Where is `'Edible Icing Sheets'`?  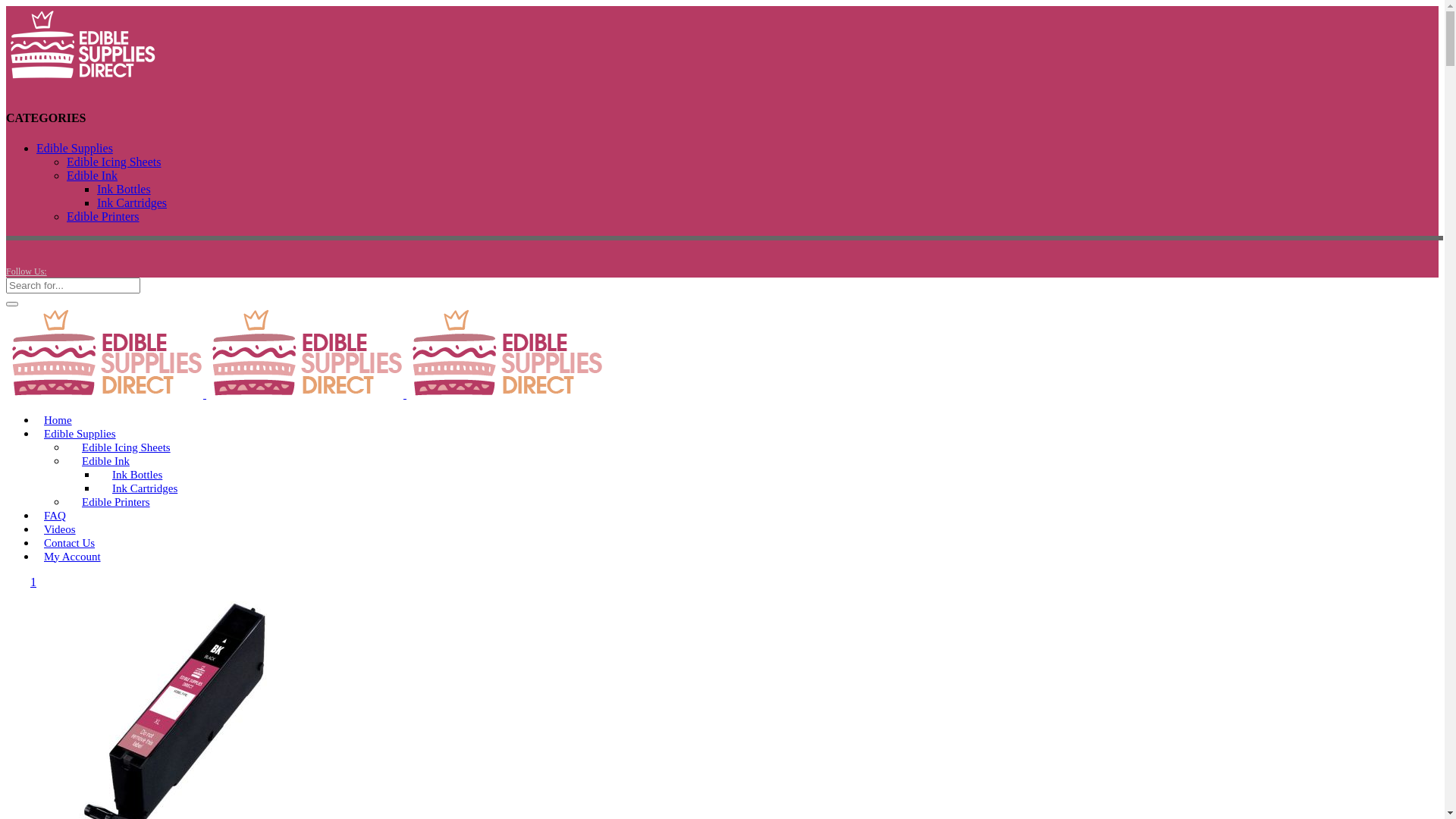 'Edible Icing Sheets' is located at coordinates (126, 447).